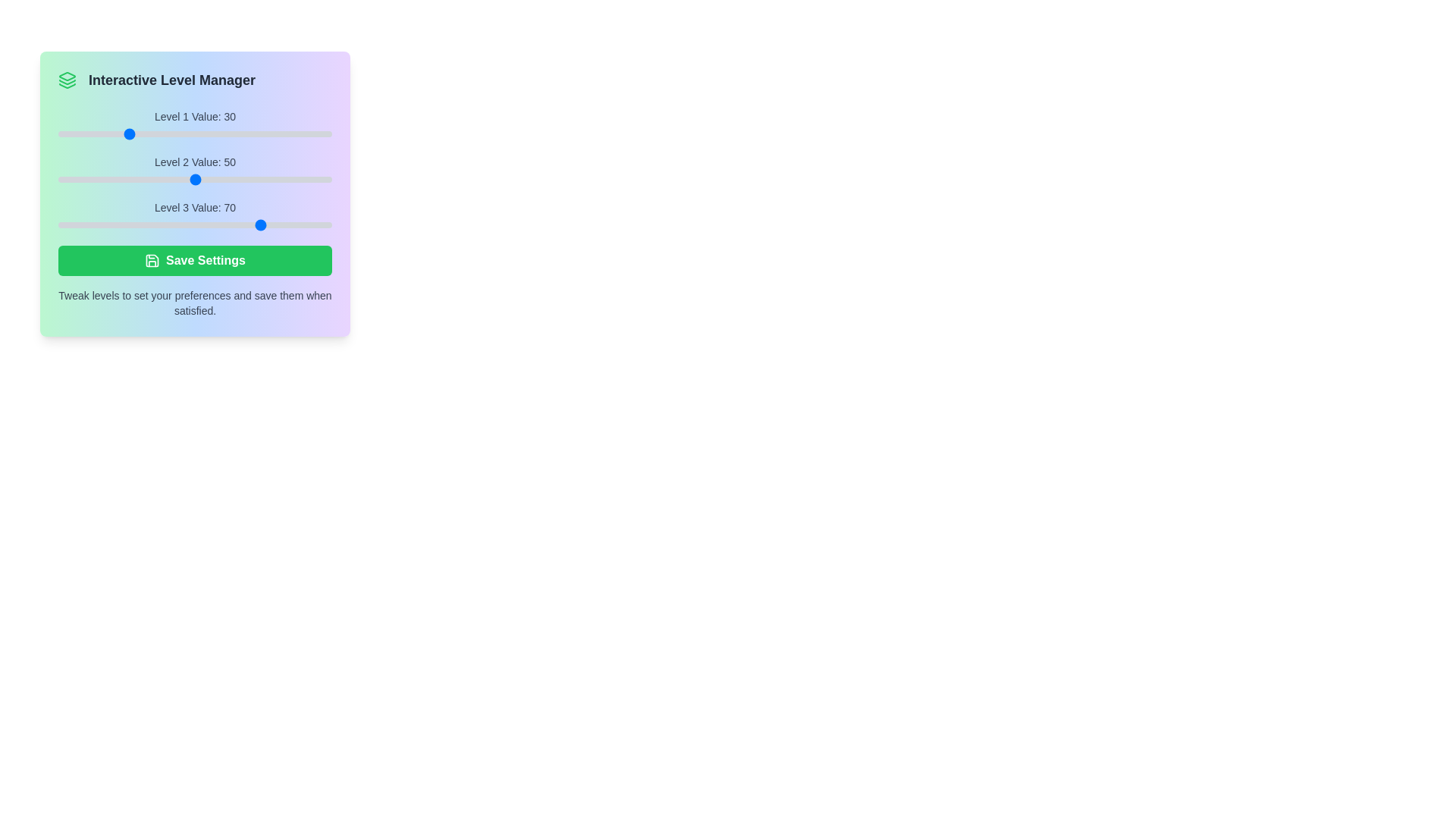 This screenshot has width=1456, height=819. Describe the element at coordinates (92, 225) in the screenshot. I see `the Level 3 Value slider` at that location.